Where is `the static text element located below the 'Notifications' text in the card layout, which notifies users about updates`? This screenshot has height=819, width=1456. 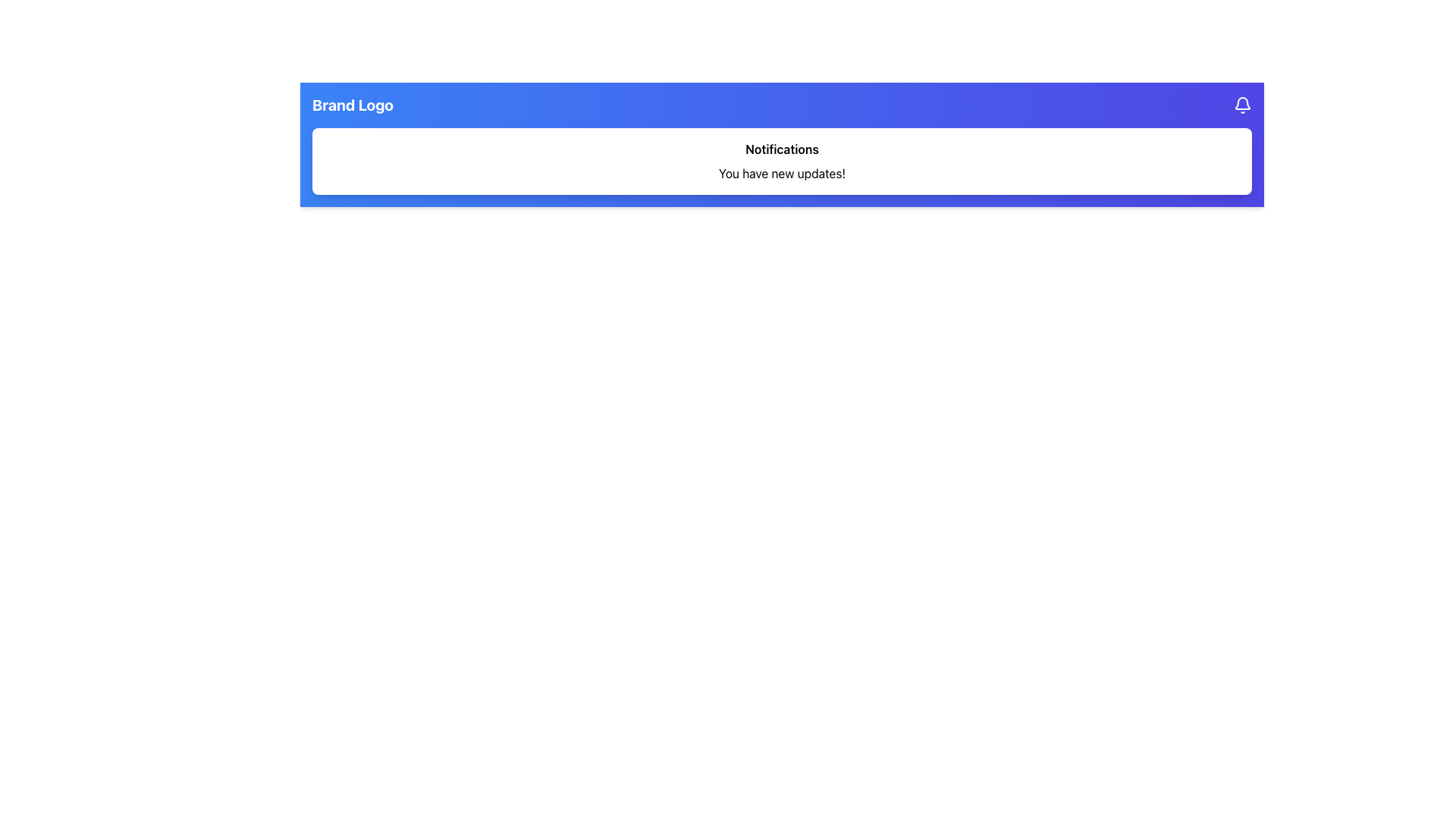 the static text element located below the 'Notifications' text in the card layout, which notifies users about updates is located at coordinates (782, 172).